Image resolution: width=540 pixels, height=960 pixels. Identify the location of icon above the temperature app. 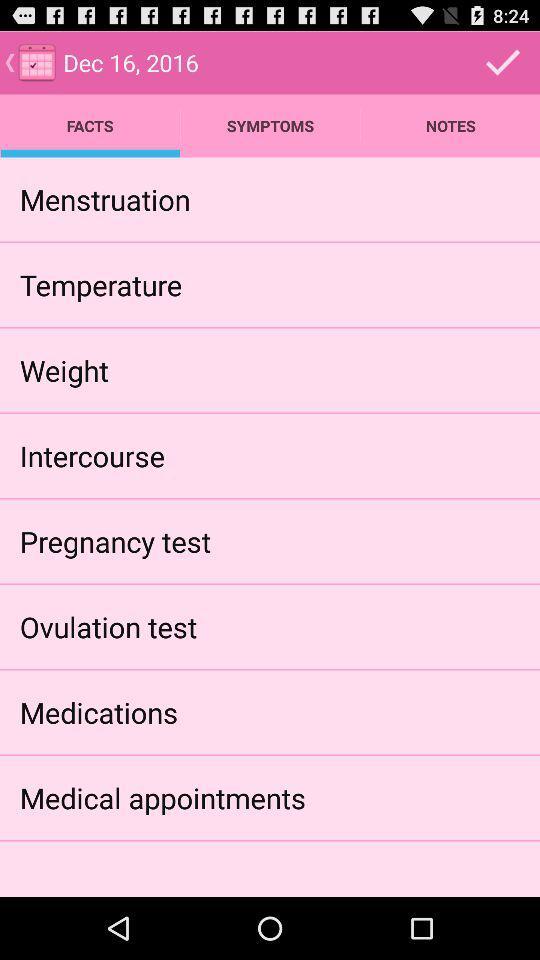
(105, 199).